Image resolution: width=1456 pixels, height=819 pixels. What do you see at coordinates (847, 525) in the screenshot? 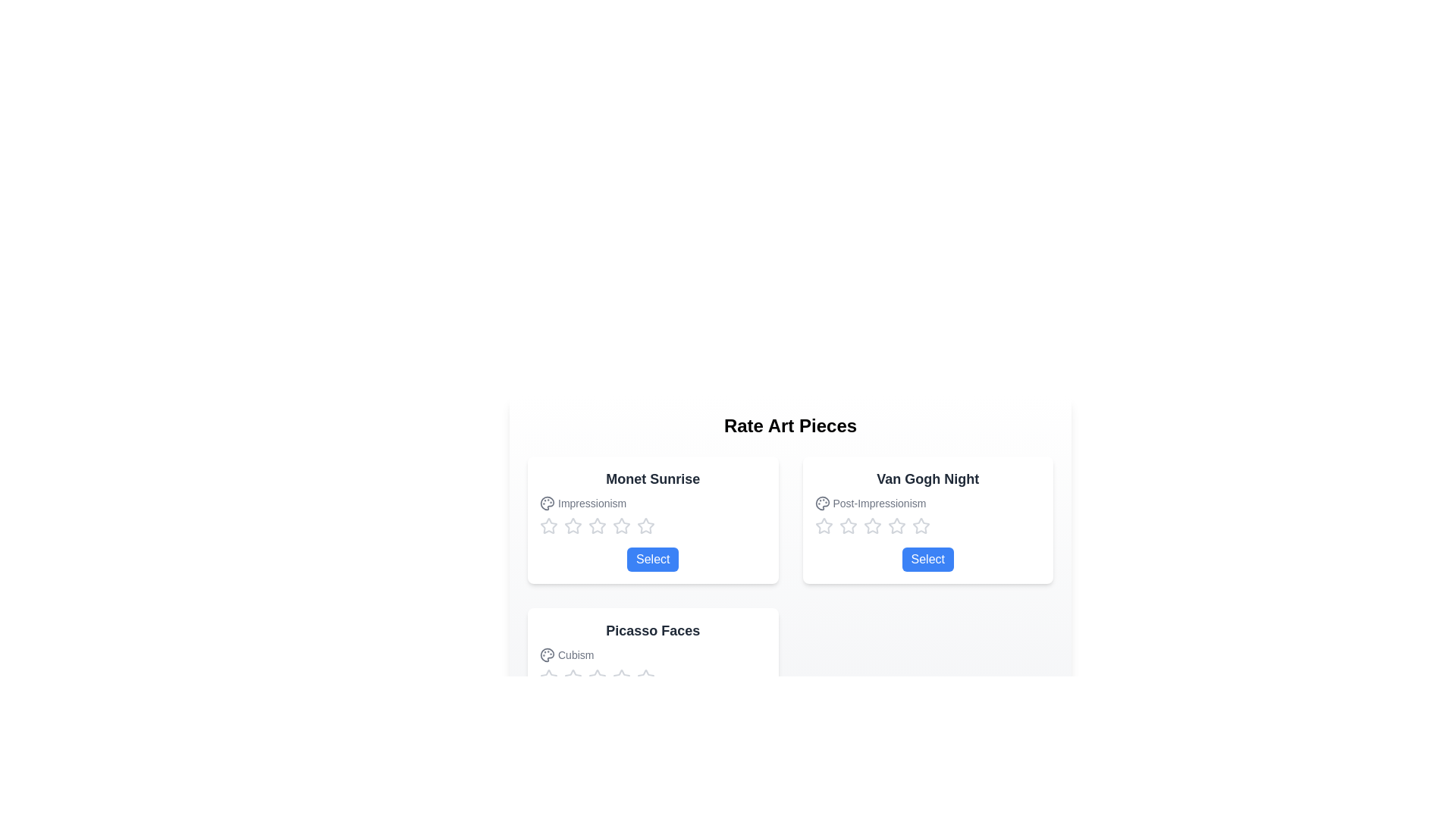
I see `the first rating star icon for the 'Van Gogh Night' artwork to set a rating of one` at bounding box center [847, 525].